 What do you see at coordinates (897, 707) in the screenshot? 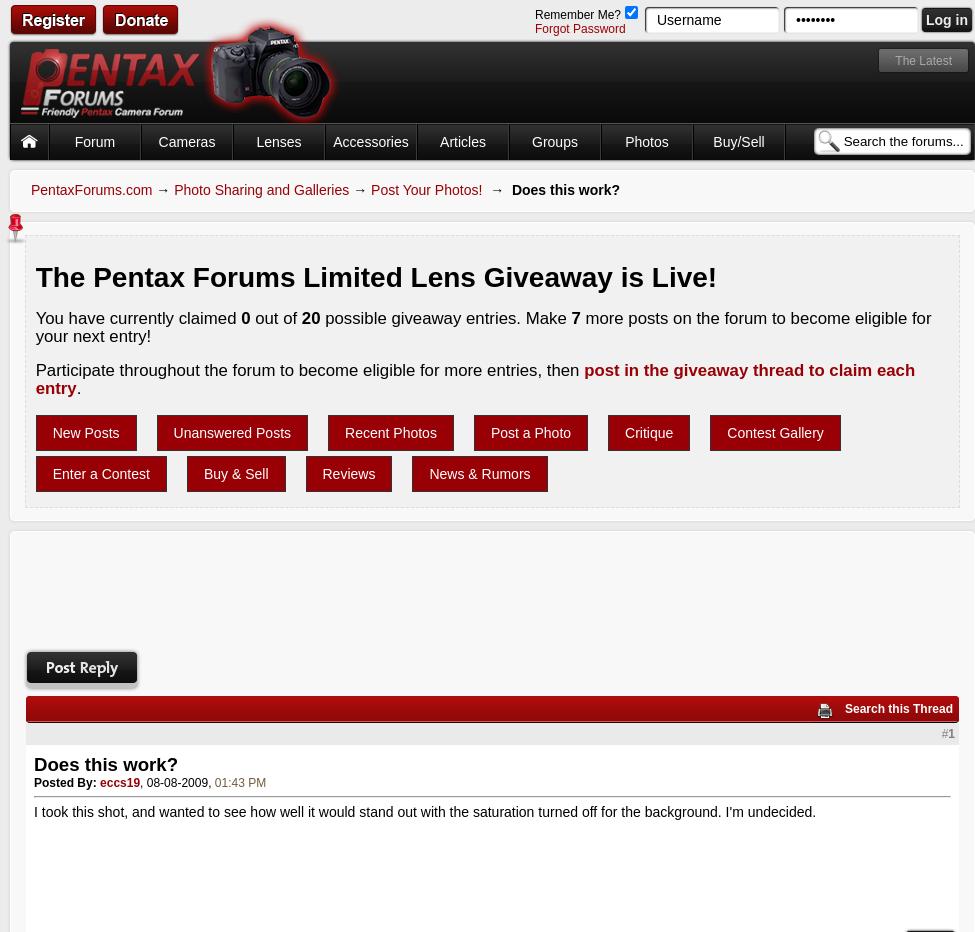
I see `'Search this Thread'` at bounding box center [897, 707].